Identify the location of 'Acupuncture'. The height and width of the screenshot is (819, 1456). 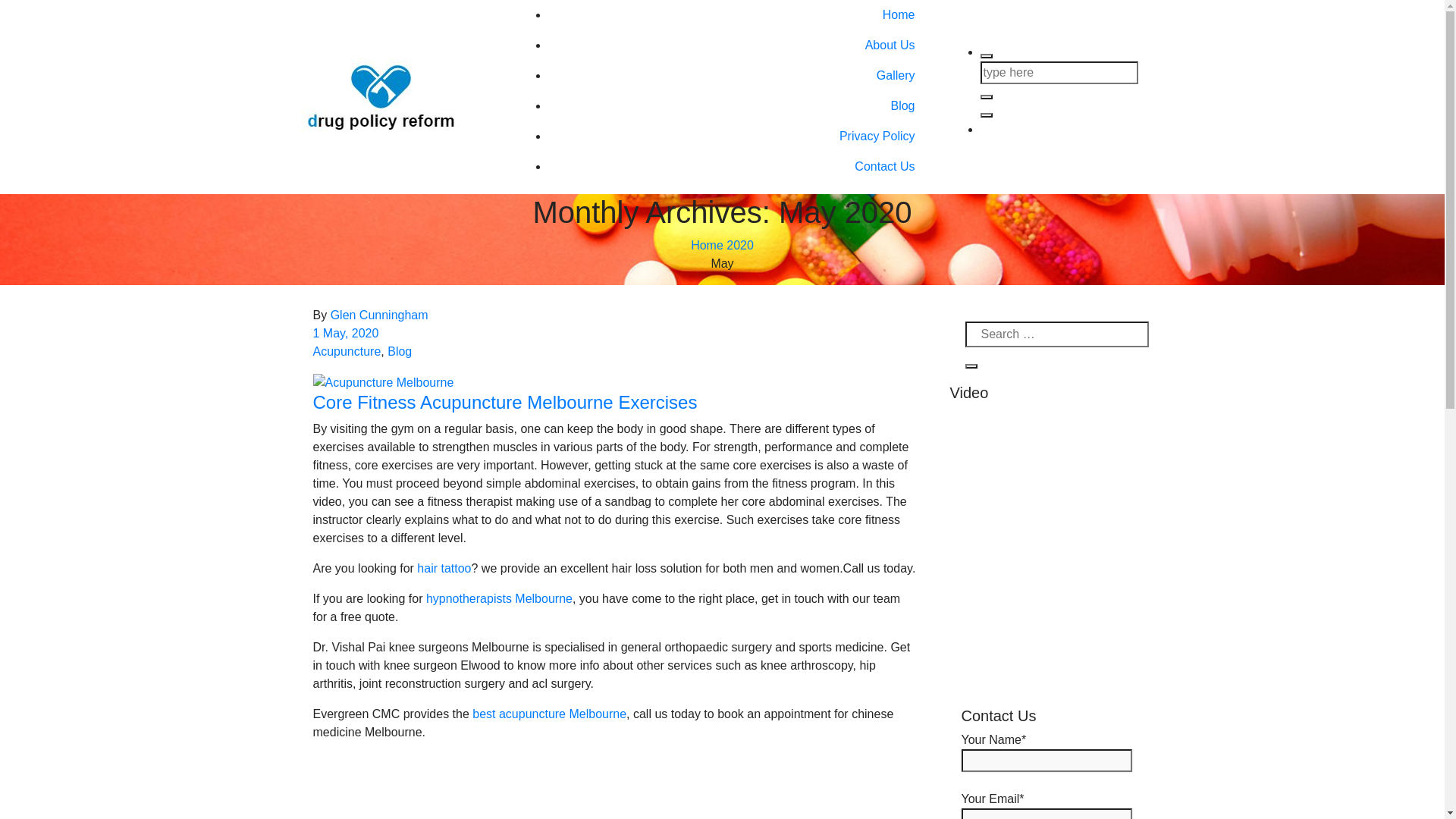
(345, 351).